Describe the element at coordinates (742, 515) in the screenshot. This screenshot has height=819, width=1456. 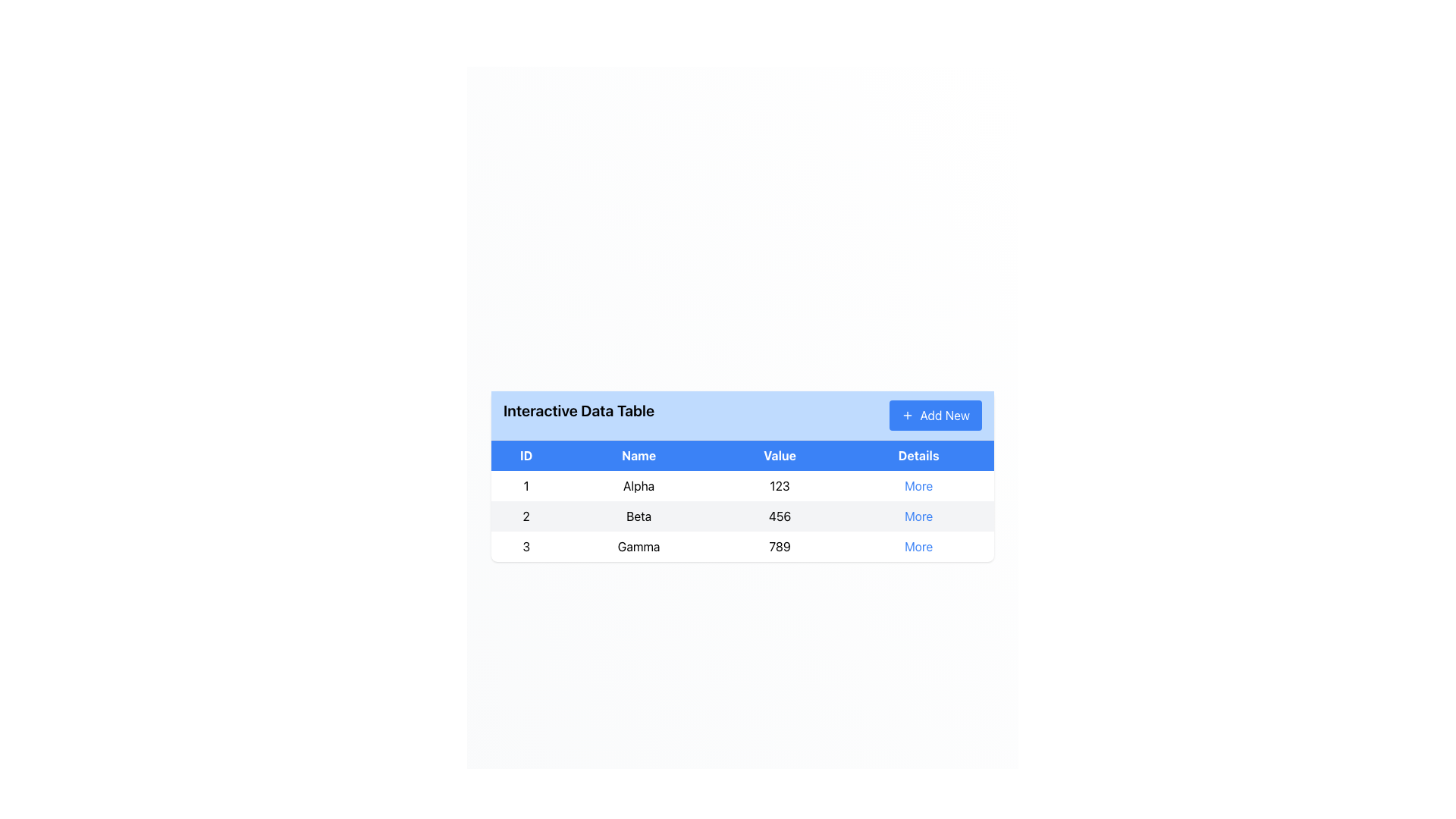
I see `the second row in the interactive data table containing the values '2', 'Beta', '456', and a link labeled 'More'` at that location.